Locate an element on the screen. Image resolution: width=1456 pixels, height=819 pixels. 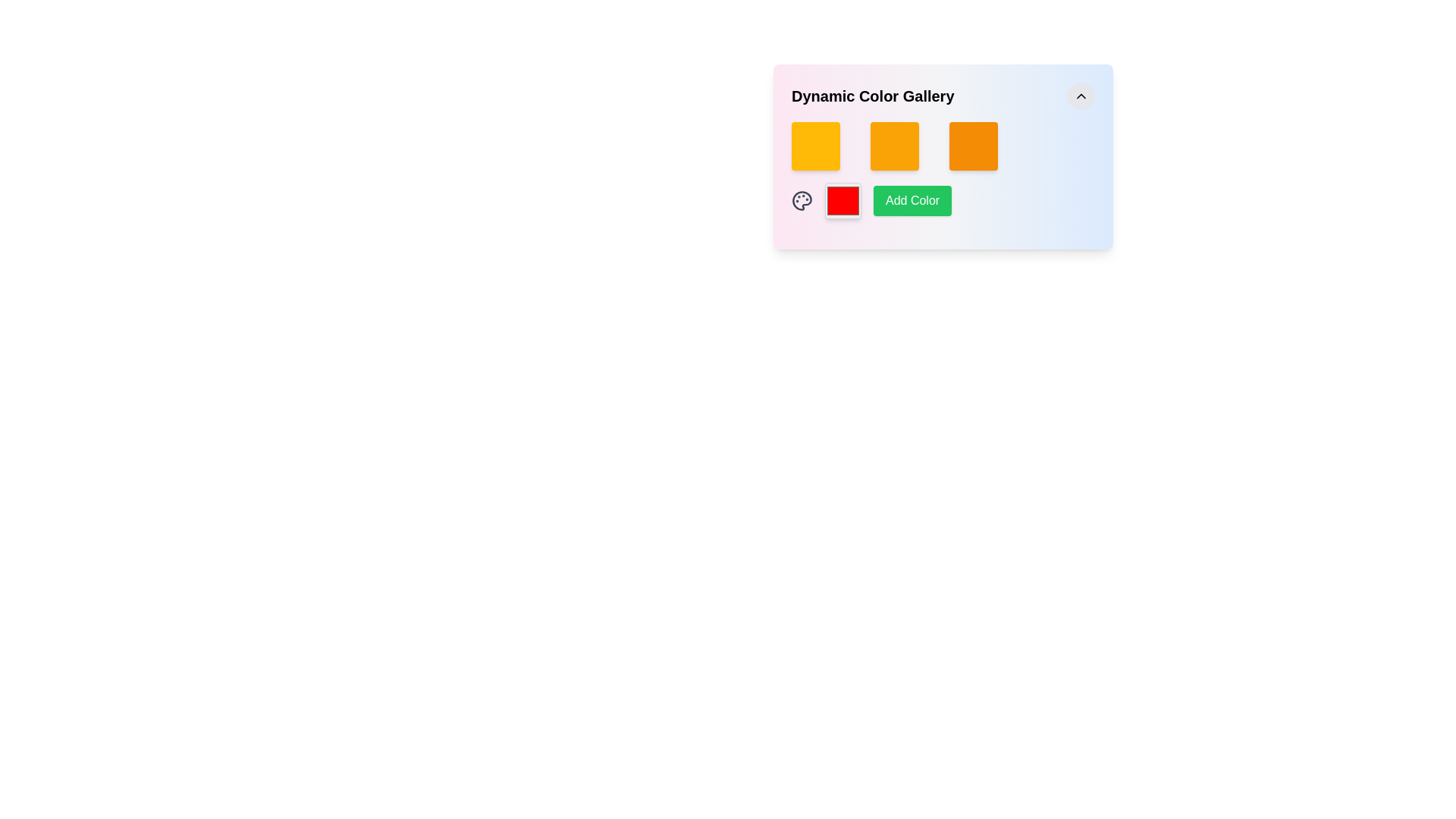
the small red square color picker, which is located immediately to the right of the palette icon and to the left of the 'Add Color' button is located at coordinates (843, 200).